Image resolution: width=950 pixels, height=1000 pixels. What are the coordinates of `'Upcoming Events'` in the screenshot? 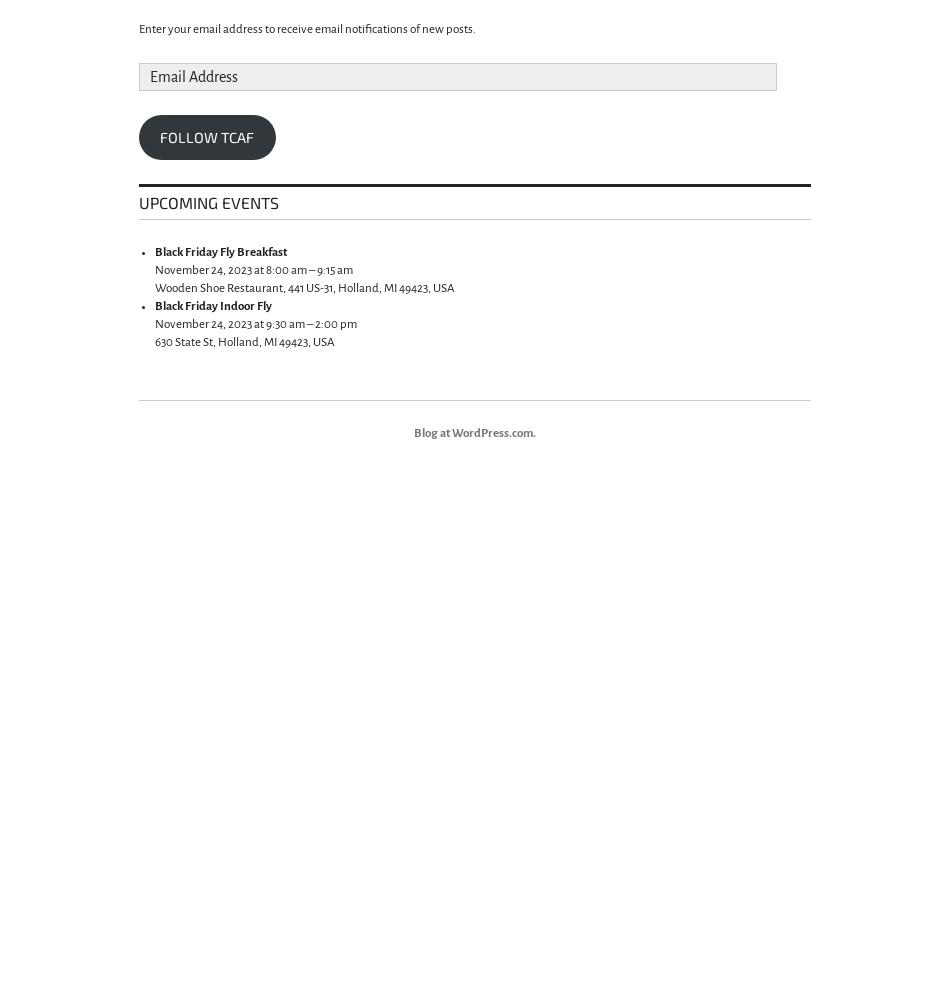 It's located at (209, 201).